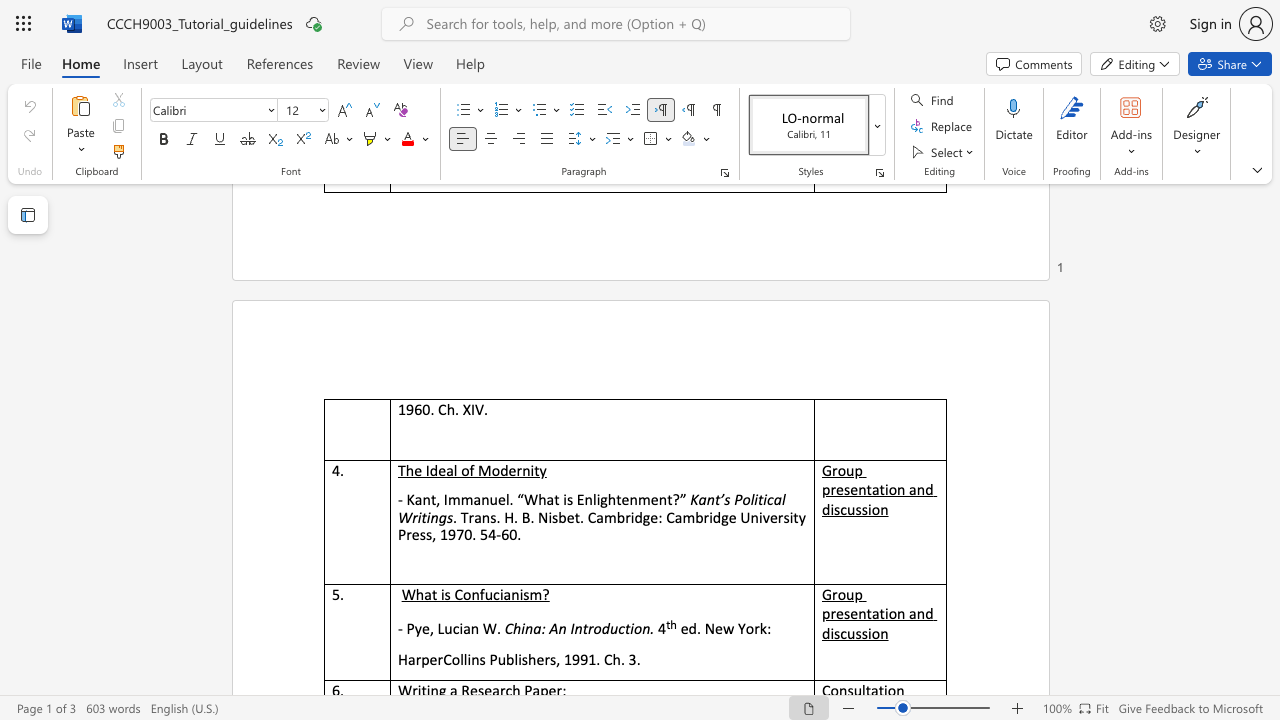  What do you see at coordinates (437, 516) in the screenshot?
I see `the subset text "gs" within the text "Kant’s Political Writings"` at bounding box center [437, 516].